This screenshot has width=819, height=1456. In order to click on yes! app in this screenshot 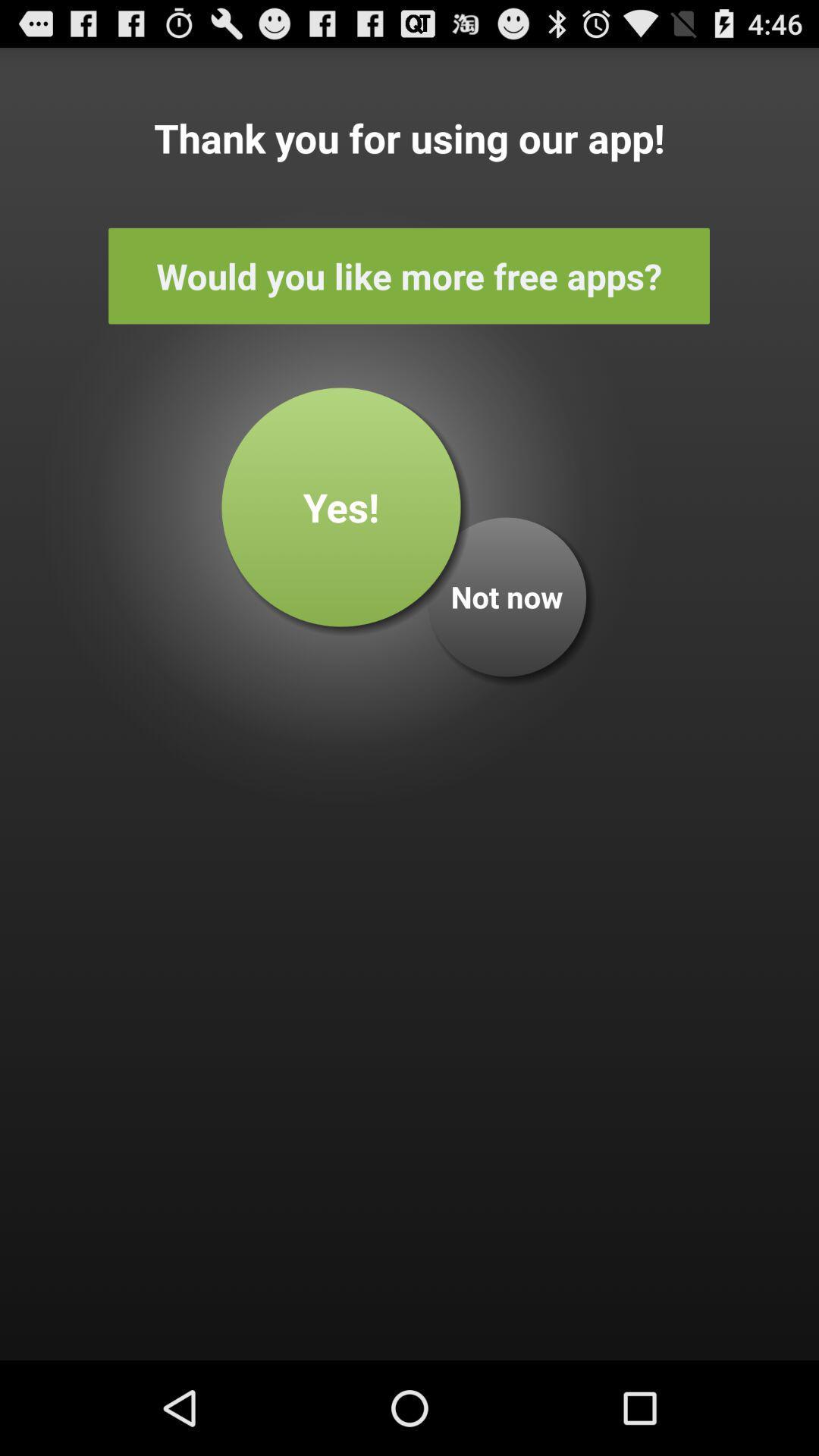, I will do `click(341, 507)`.